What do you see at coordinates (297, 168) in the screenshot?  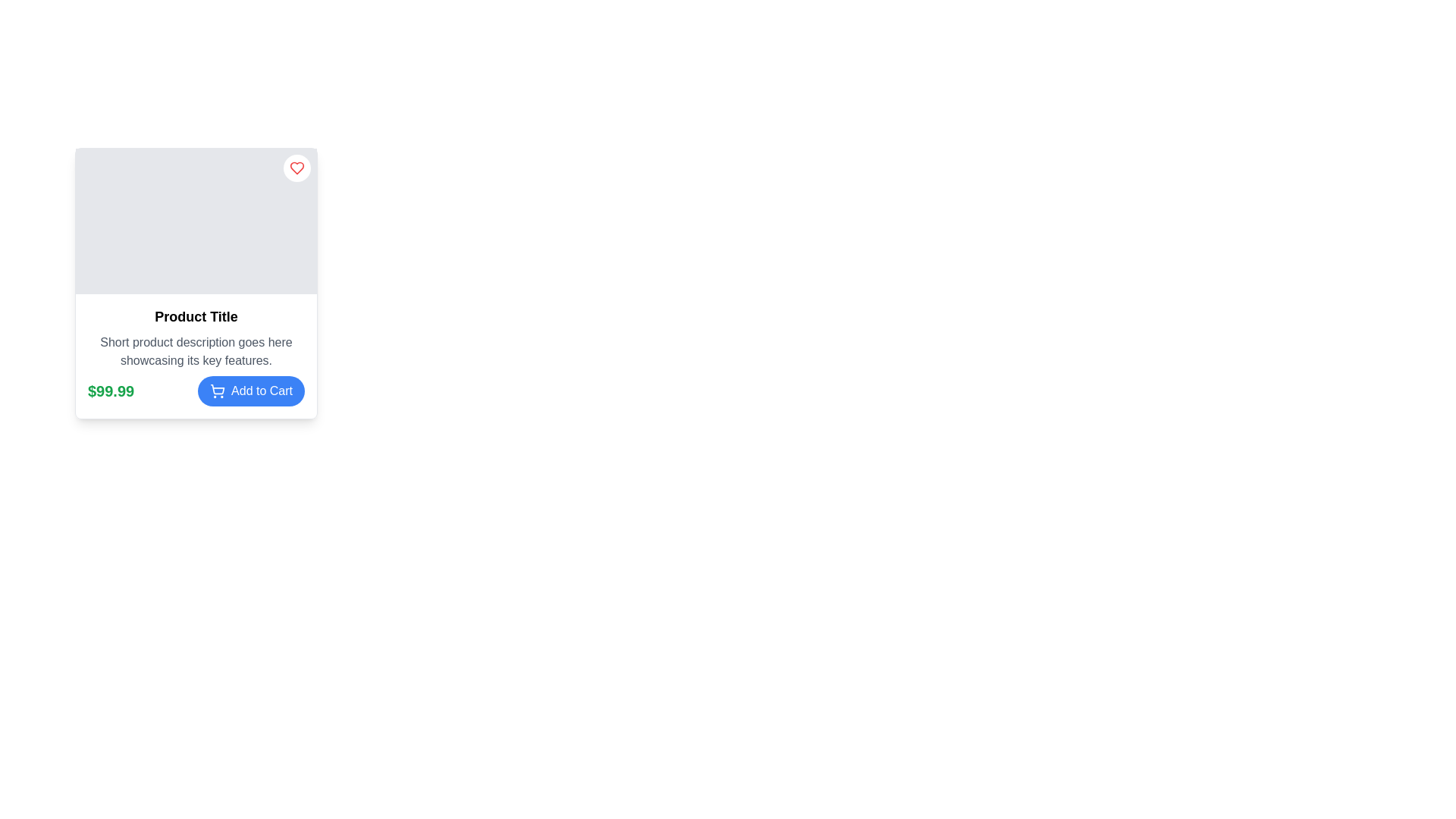 I see `the favorite icon button located in the top-right corner of the product card` at bounding box center [297, 168].